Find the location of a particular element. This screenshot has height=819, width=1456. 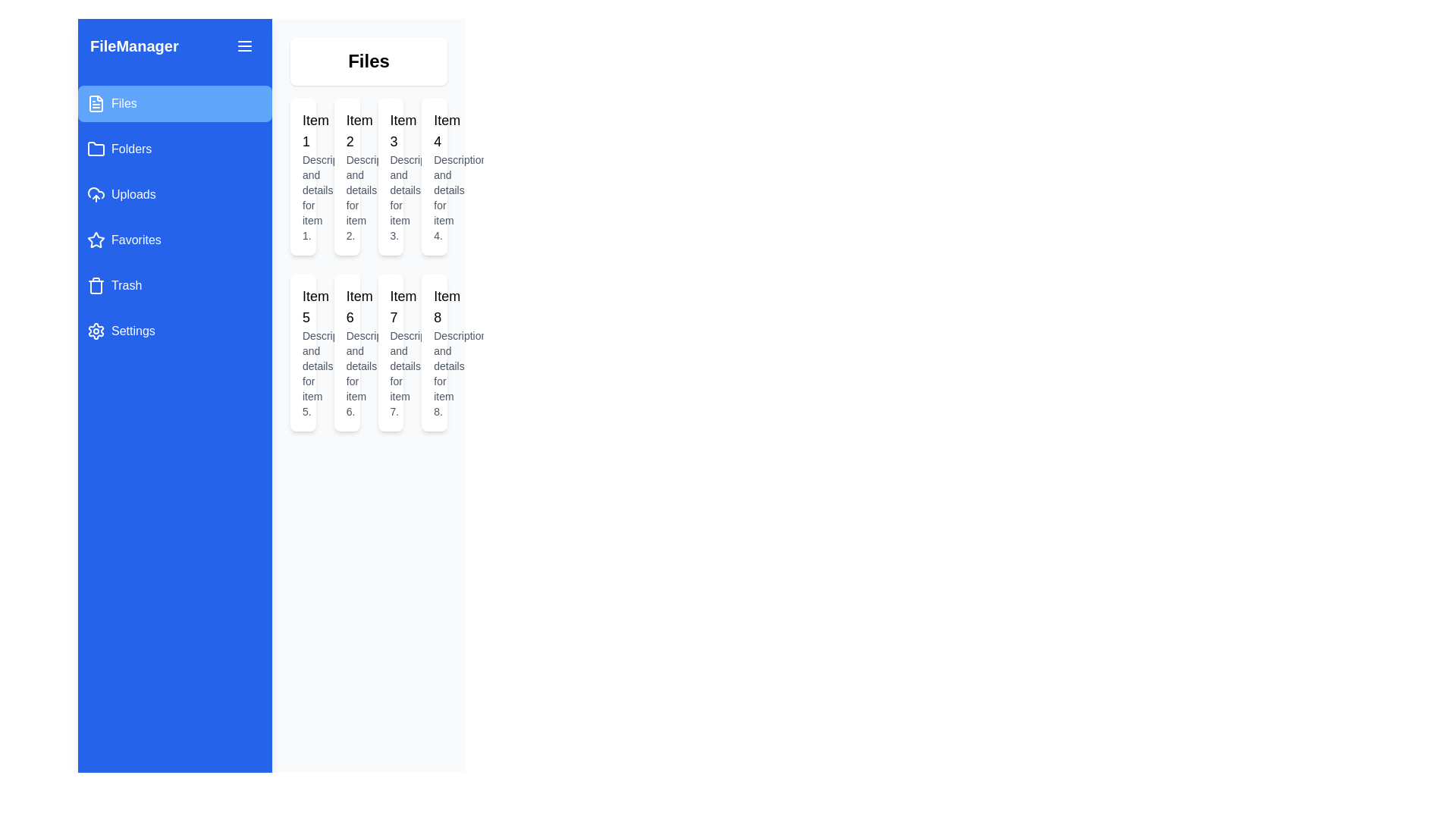

text from the title label 'Item 3' which is located at the top of the third card in the second column of a grid layout is located at coordinates (391, 130).